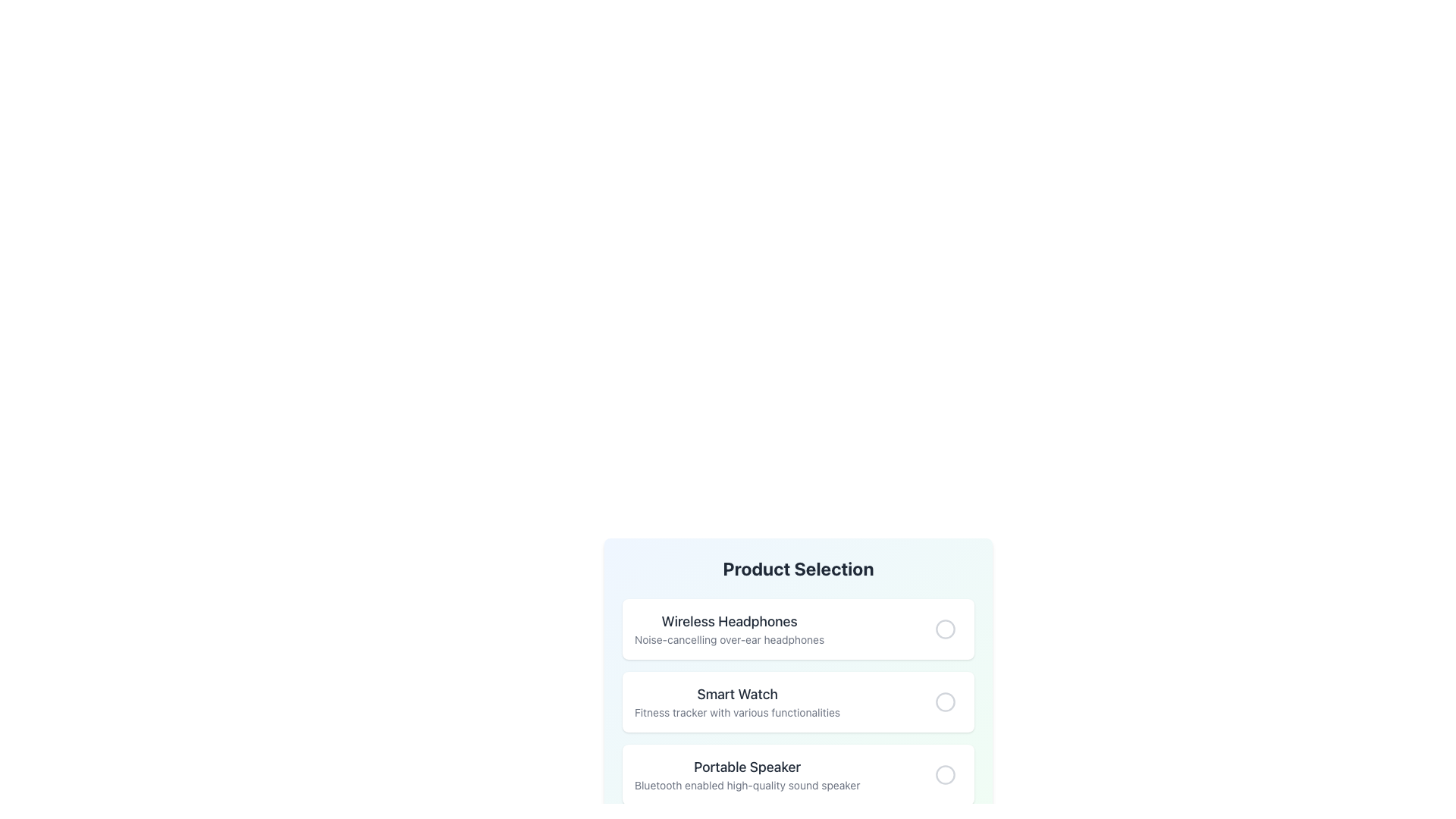 Image resolution: width=1456 pixels, height=819 pixels. What do you see at coordinates (797, 701) in the screenshot?
I see `the second item in the product selection menu, which represents the 'Smart Watch'` at bounding box center [797, 701].